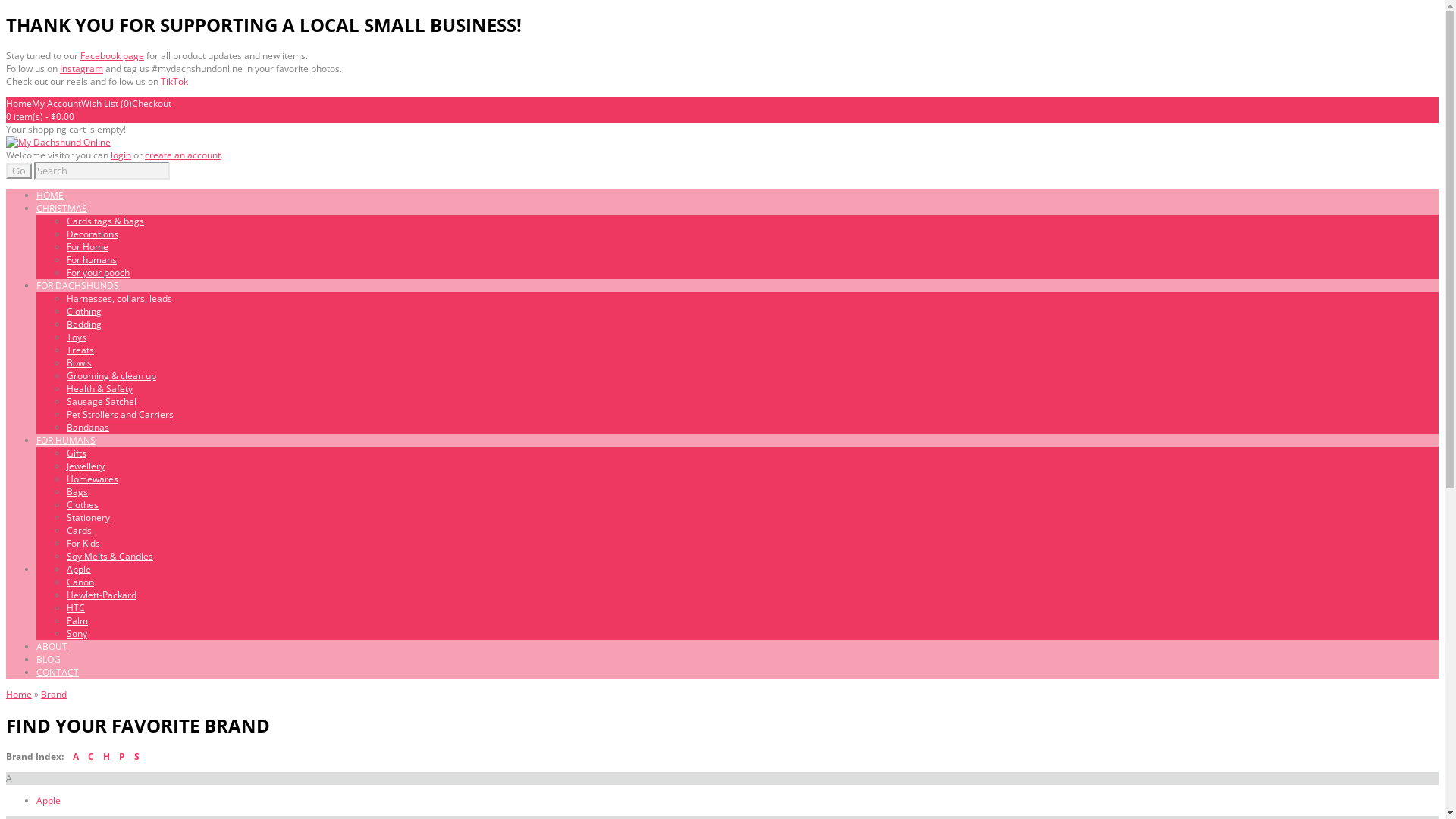 Image resolution: width=1456 pixels, height=819 pixels. What do you see at coordinates (90, 259) in the screenshot?
I see `'For humans'` at bounding box center [90, 259].